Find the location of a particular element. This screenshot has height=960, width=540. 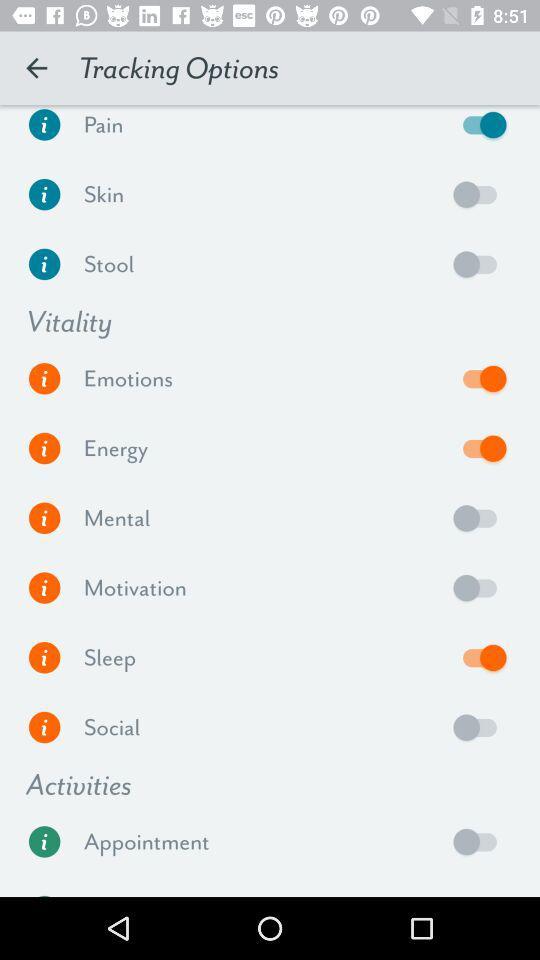

find more information is located at coordinates (44, 517).